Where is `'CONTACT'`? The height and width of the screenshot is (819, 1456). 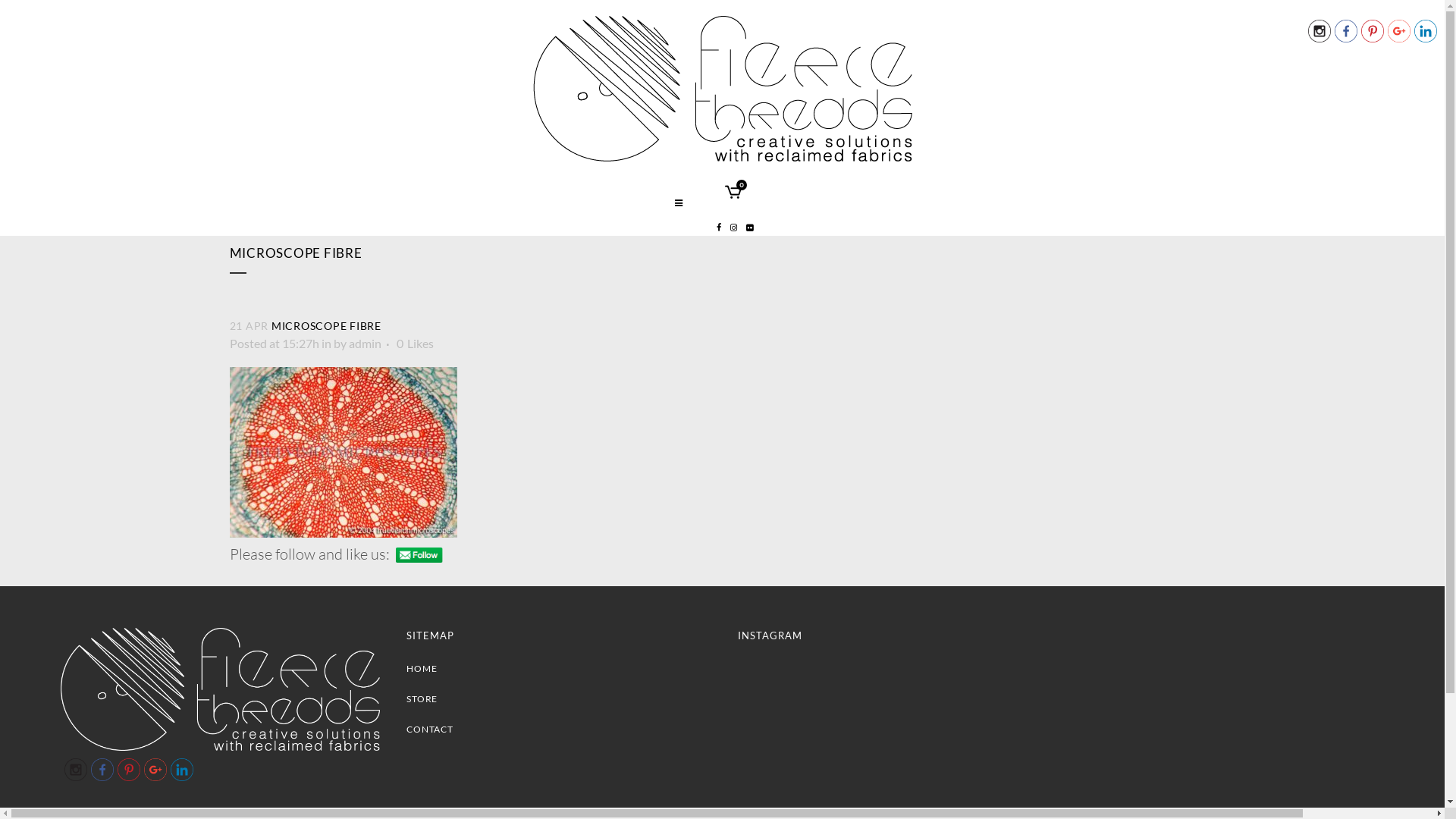
'CONTACT' is located at coordinates (560, 728).